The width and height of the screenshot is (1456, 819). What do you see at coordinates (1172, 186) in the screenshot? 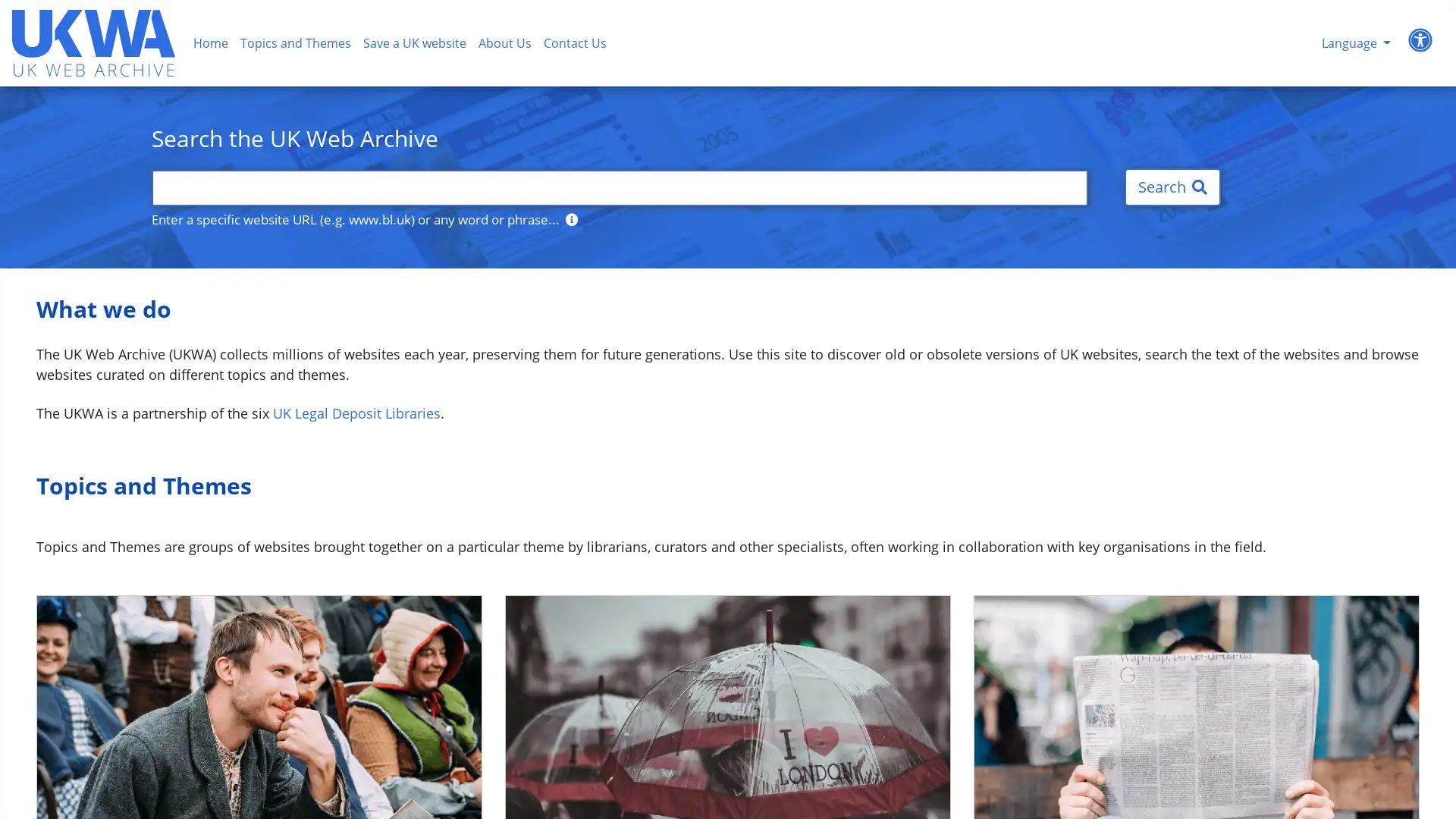
I see `Search` at bounding box center [1172, 186].